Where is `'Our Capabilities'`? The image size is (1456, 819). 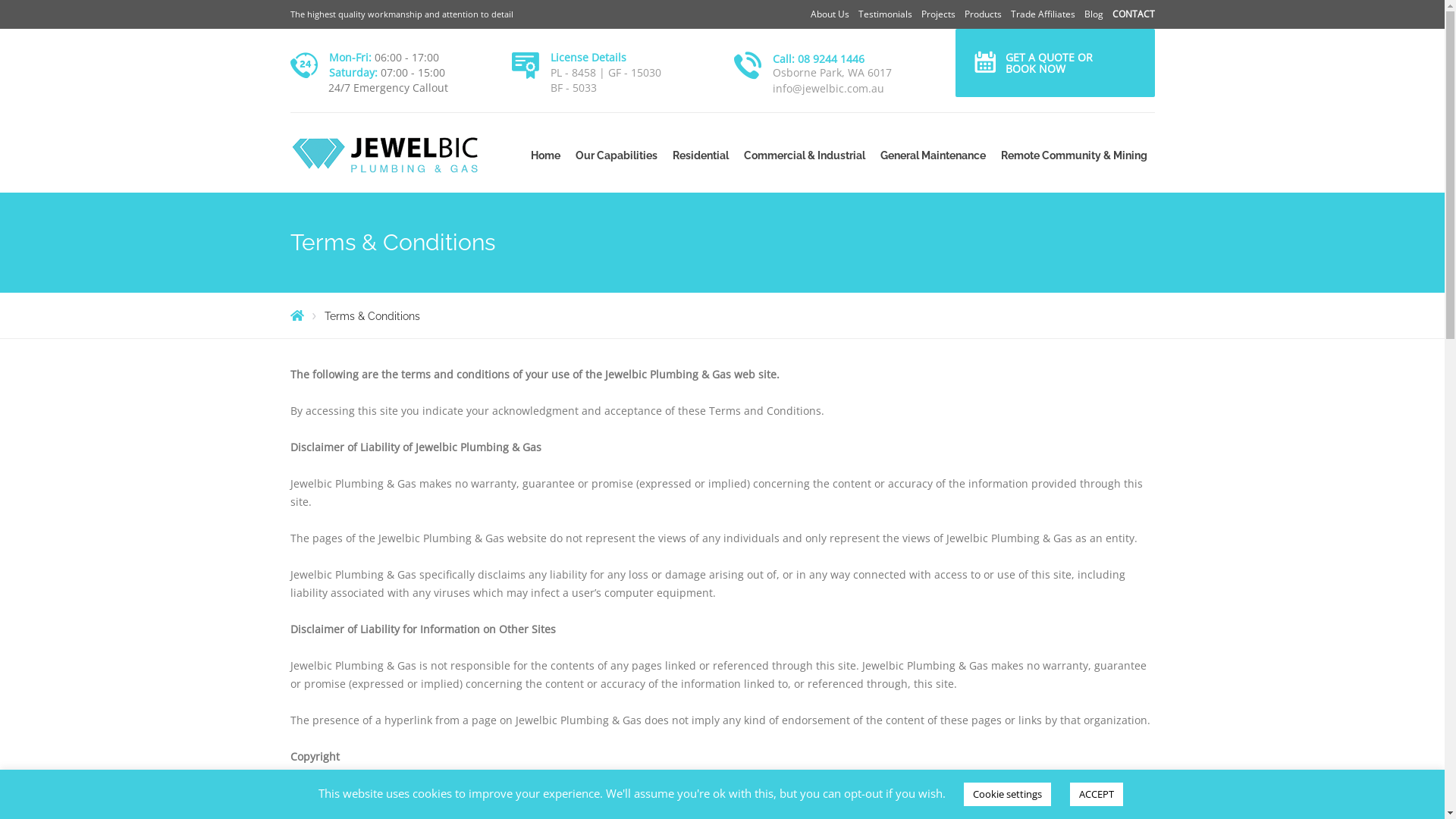
'Our Capabilities' is located at coordinates (615, 155).